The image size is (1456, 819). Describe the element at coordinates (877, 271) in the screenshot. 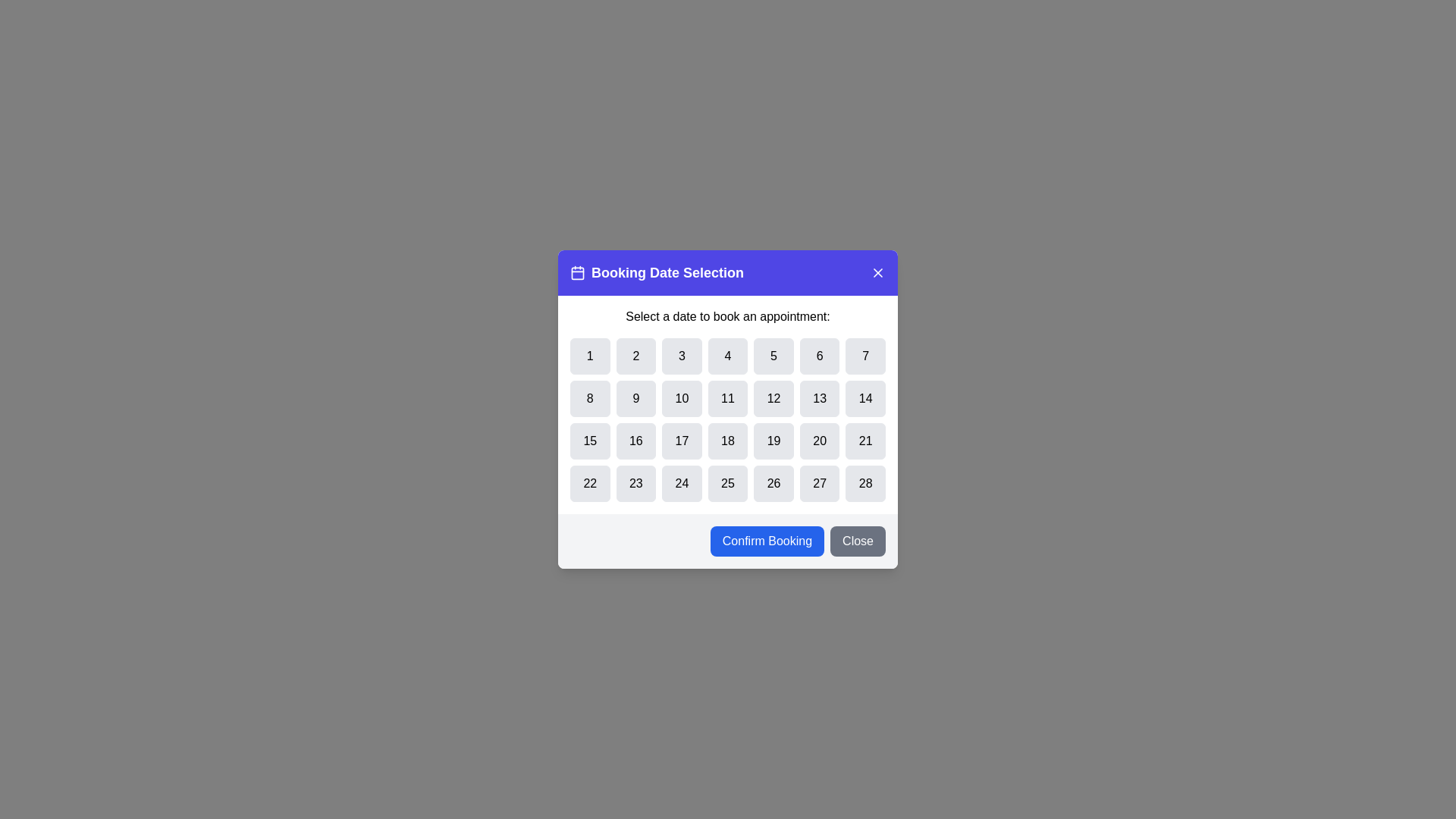

I see `the 'X' button to close the dialog` at that location.